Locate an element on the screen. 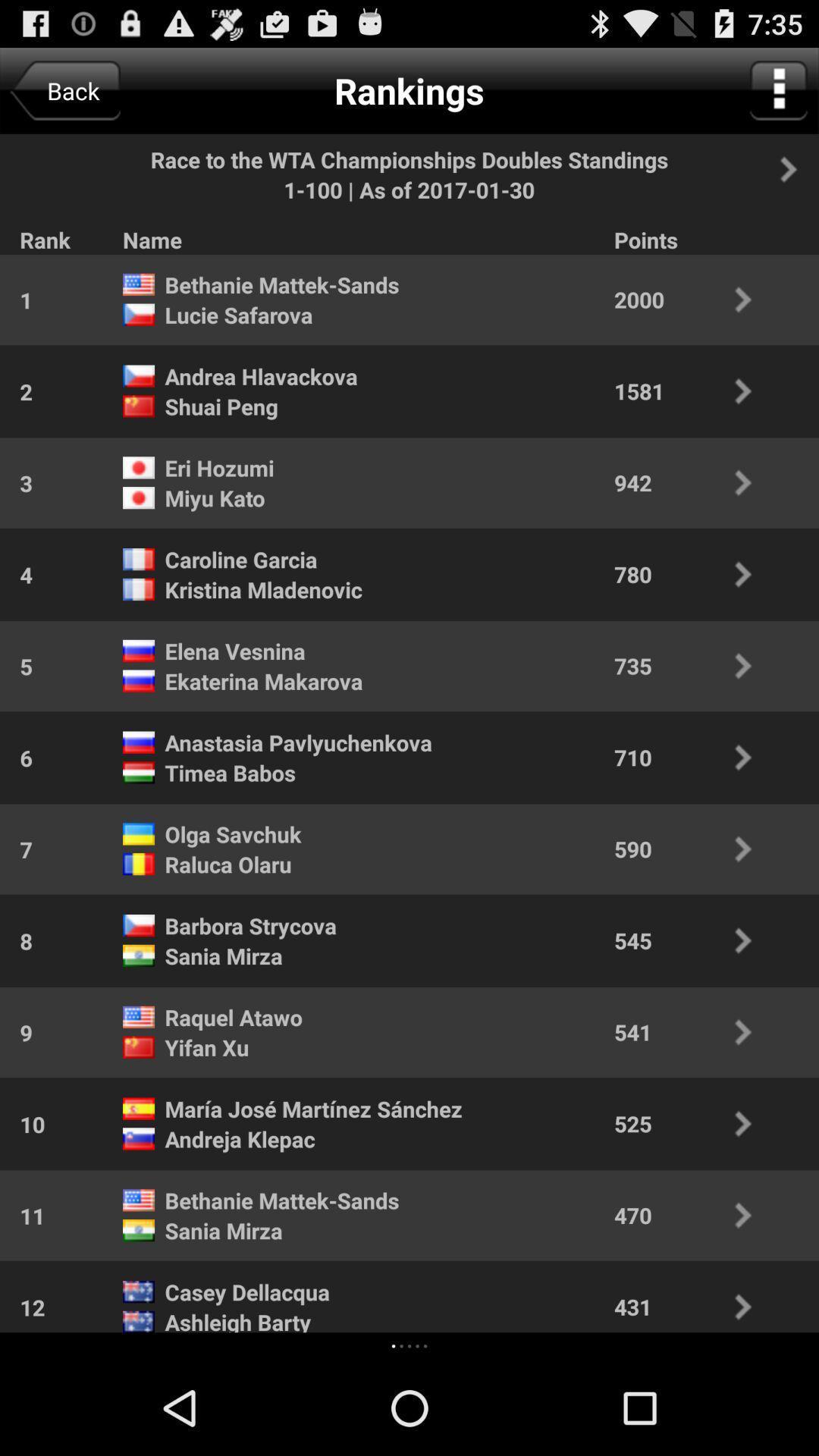  arrow is located at coordinates (796, 169).